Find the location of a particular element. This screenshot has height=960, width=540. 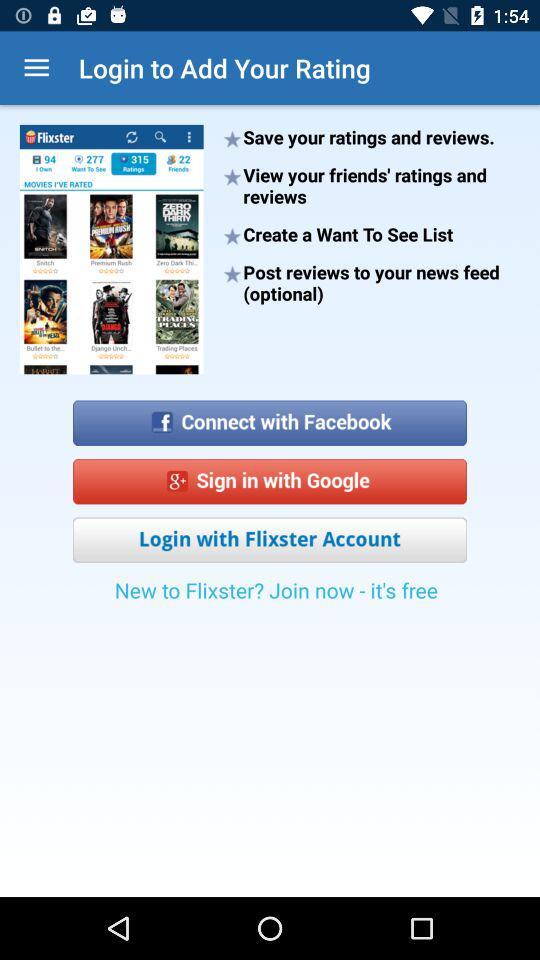

sign in button for google is located at coordinates (270, 480).